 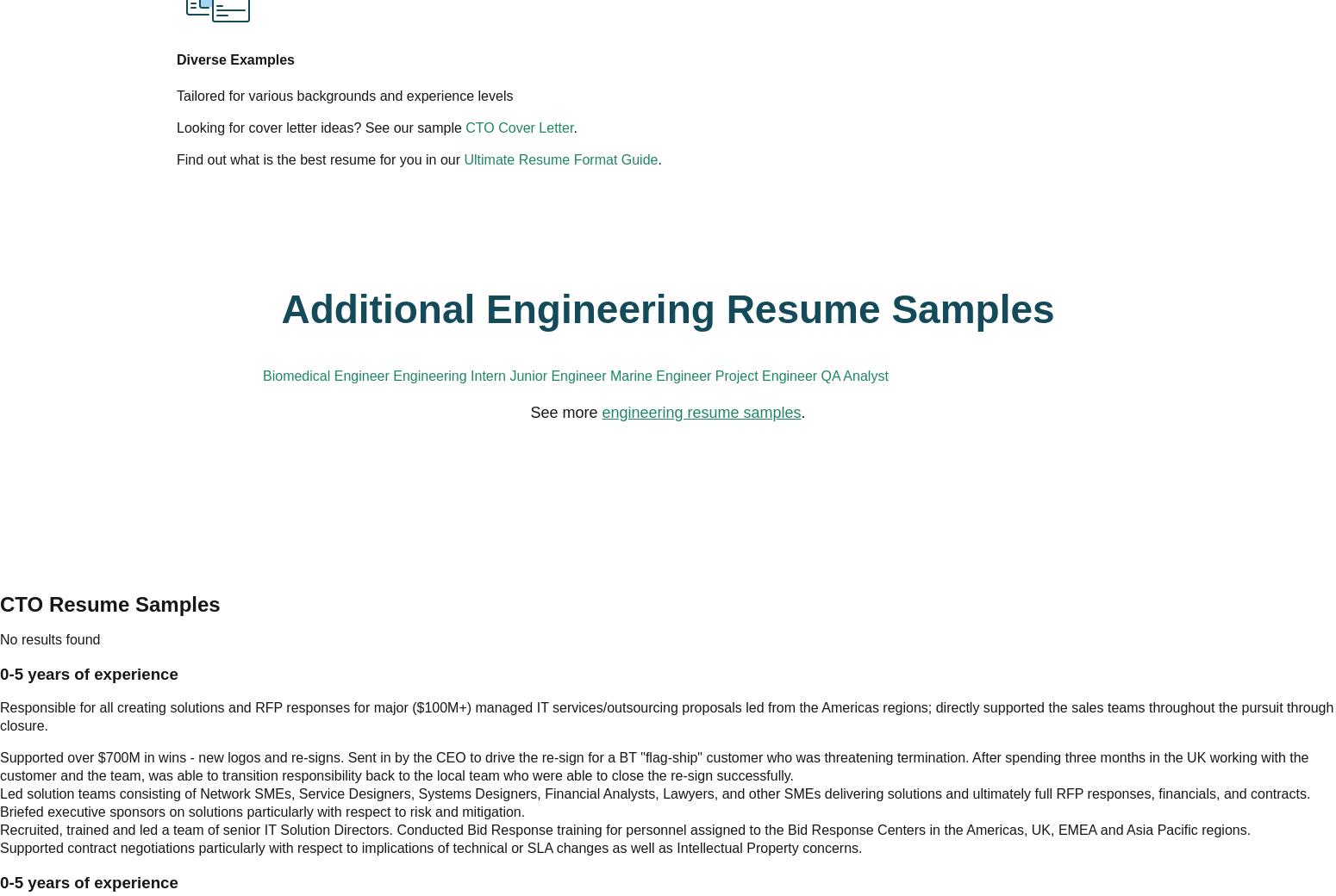 What do you see at coordinates (761, 255) in the screenshot?
I see `'Junior Engineer'` at bounding box center [761, 255].